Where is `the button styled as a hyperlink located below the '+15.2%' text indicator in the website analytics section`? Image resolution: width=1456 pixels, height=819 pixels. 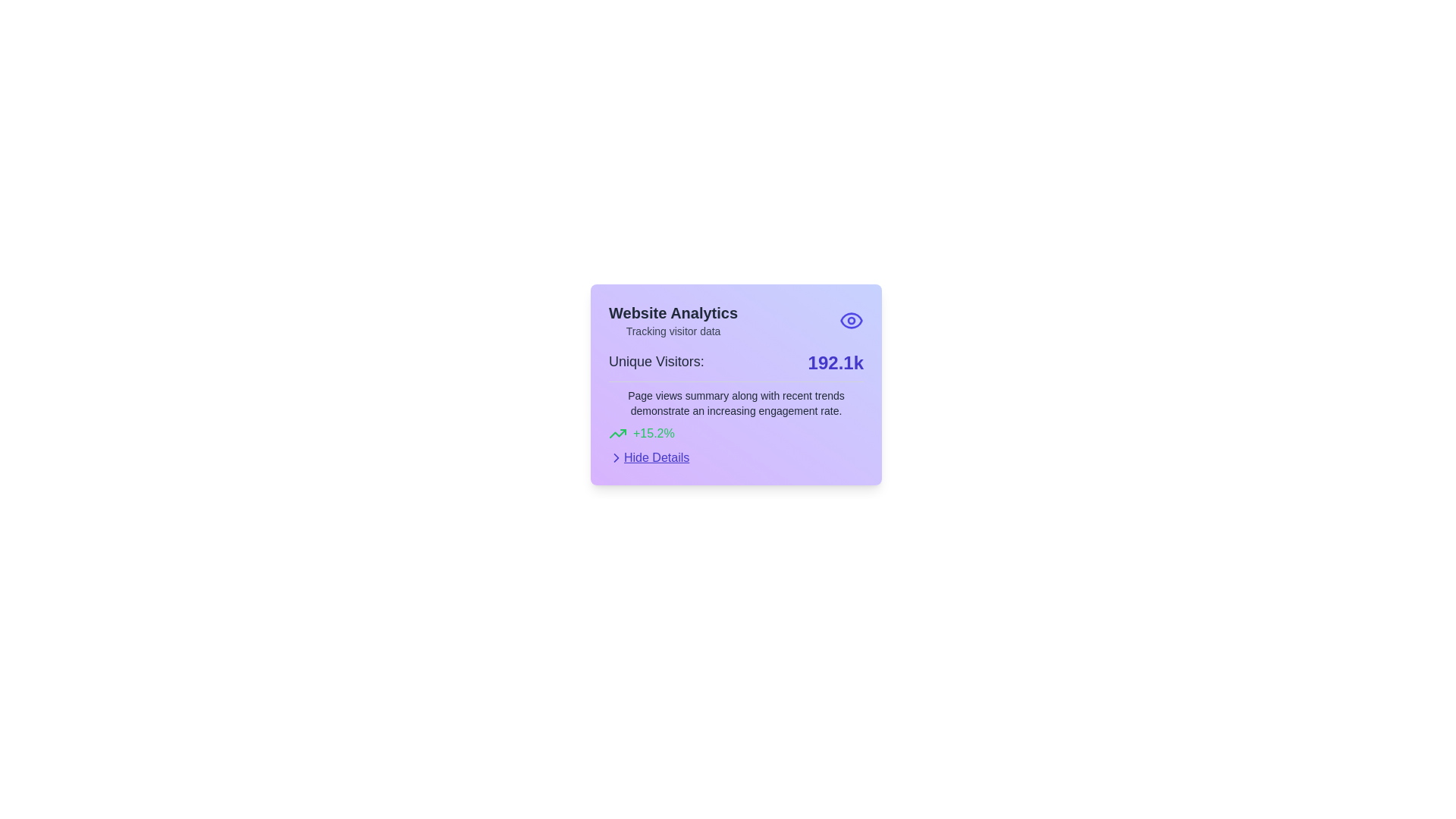 the button styled as a hyperlink located below the '+15.2%' text indicator in the website analytics section is located at coordinates (648, 457).